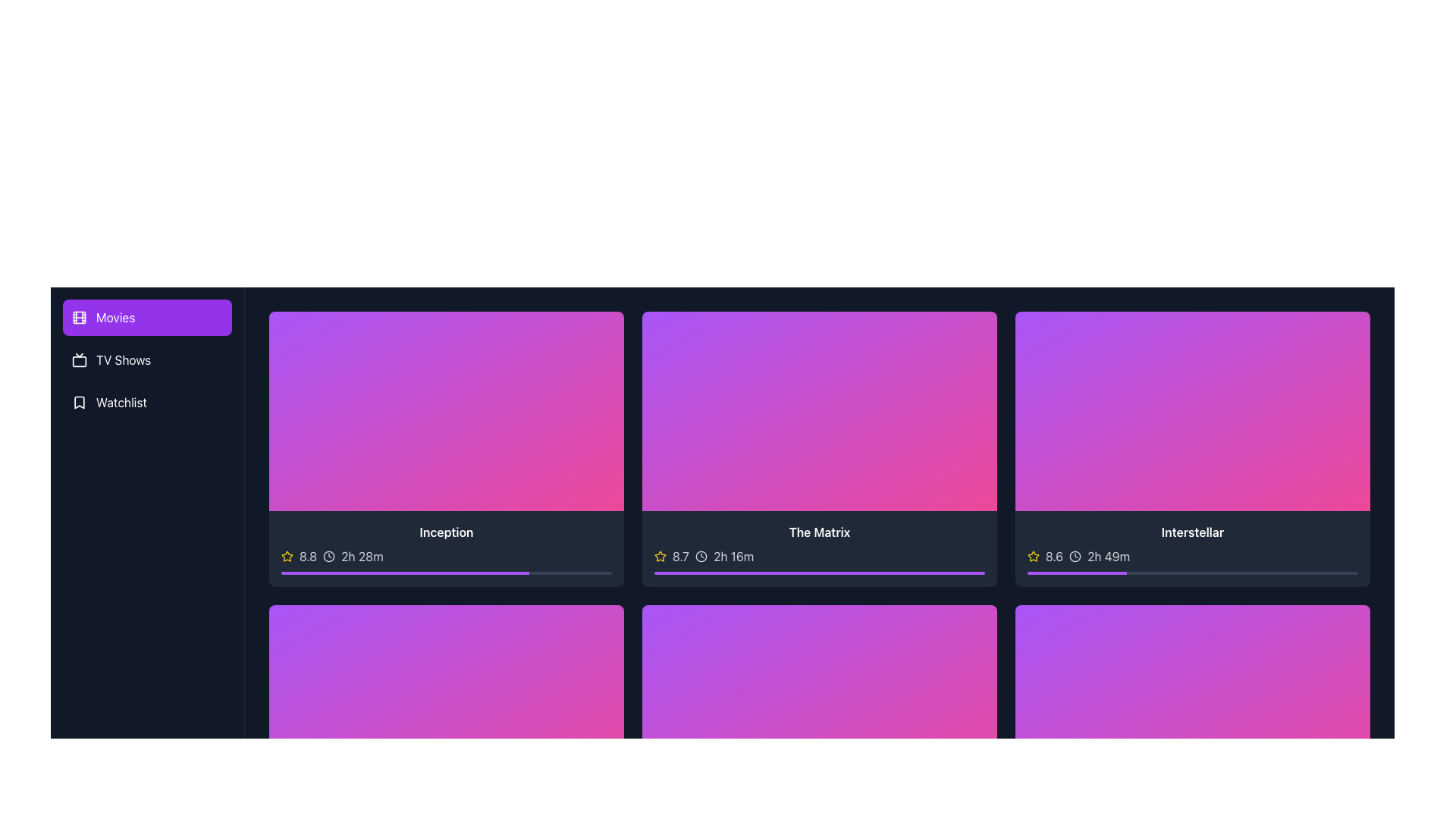  What do you see at coordinates (124, 359) in the screenshot?
I see `the 'TV Shows' text label in the navigation menu` at bounding box center [124, 359].